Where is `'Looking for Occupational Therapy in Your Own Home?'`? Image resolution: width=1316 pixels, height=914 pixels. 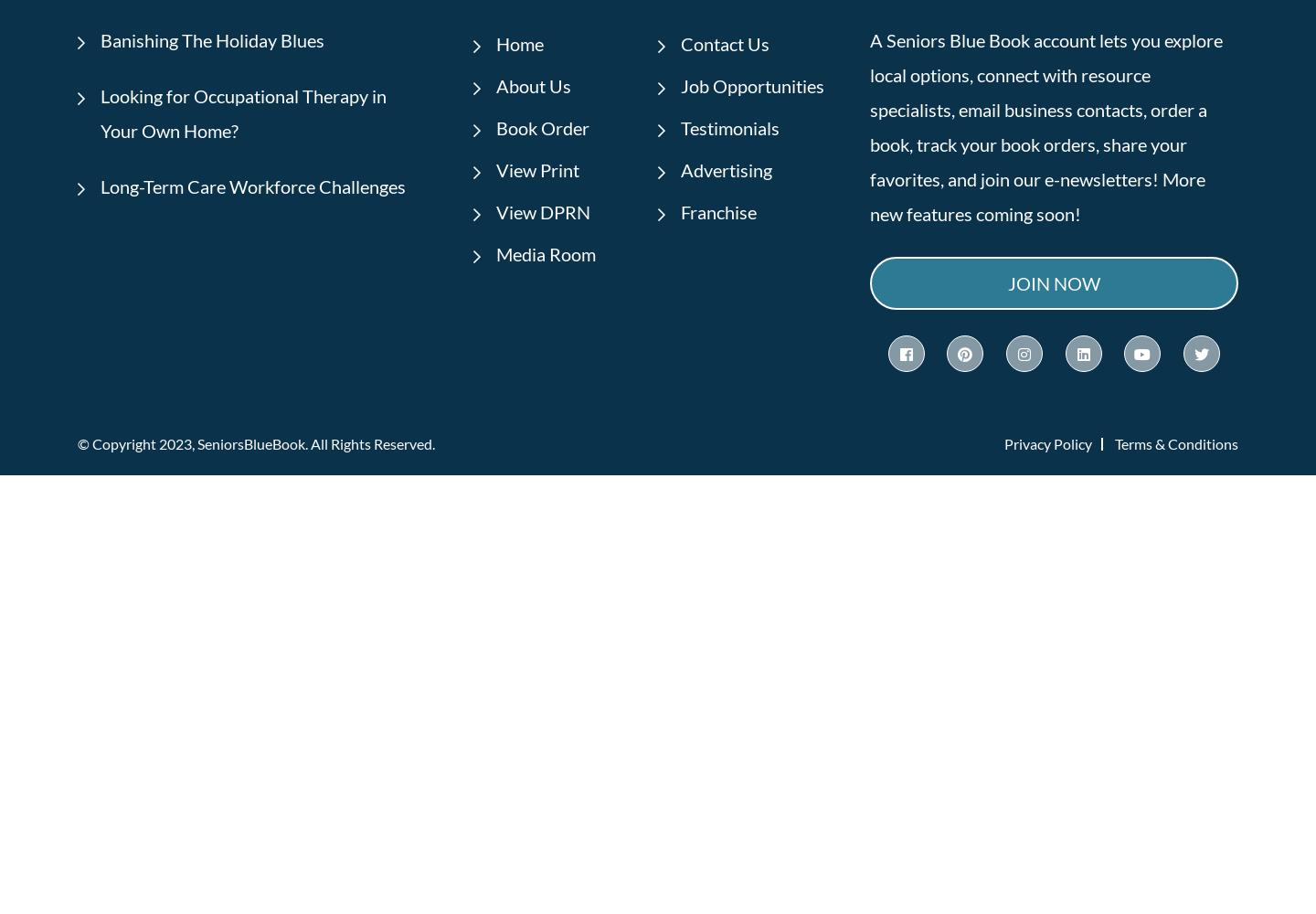 'Looking for Occupational Therapy in Your Own Home?' is located at coordinates (242, 112).